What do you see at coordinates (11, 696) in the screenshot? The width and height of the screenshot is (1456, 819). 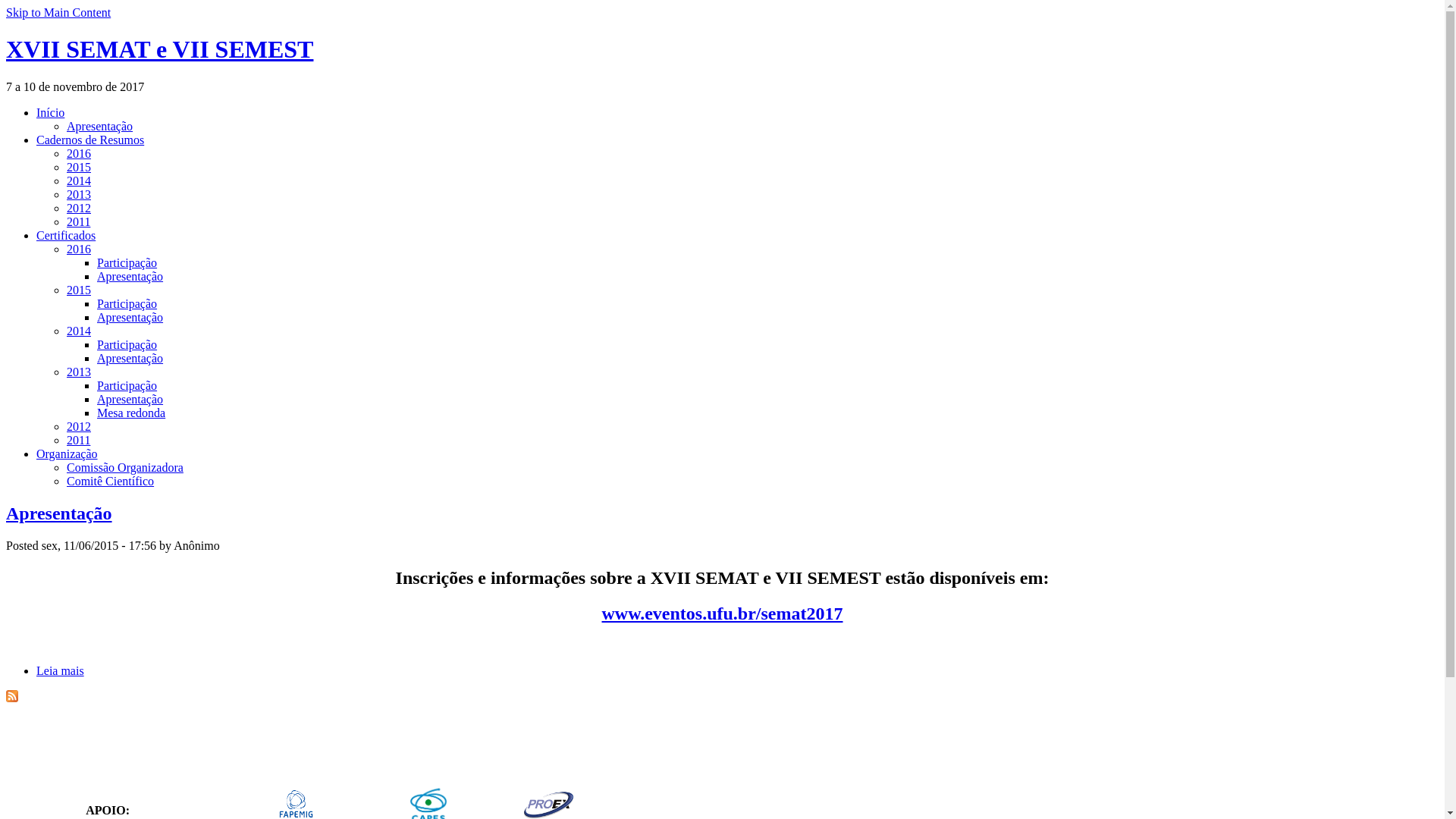 I see `'XVII SEMAT e VII SEMEST RSS'` at bounding box center [11, 696].